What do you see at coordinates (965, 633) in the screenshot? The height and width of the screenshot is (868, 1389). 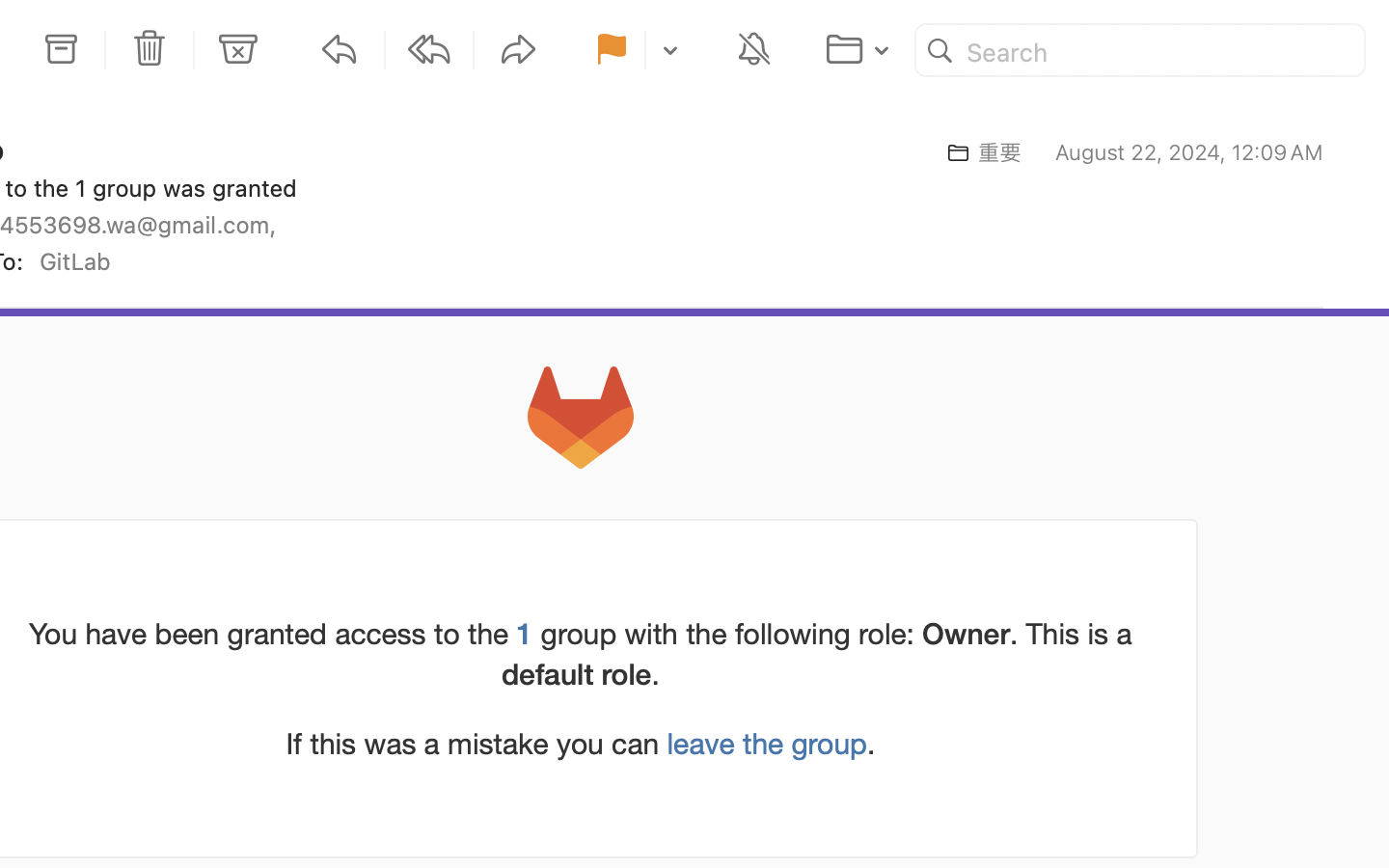 I see `'Owner'` at bounding box center [965, 633].